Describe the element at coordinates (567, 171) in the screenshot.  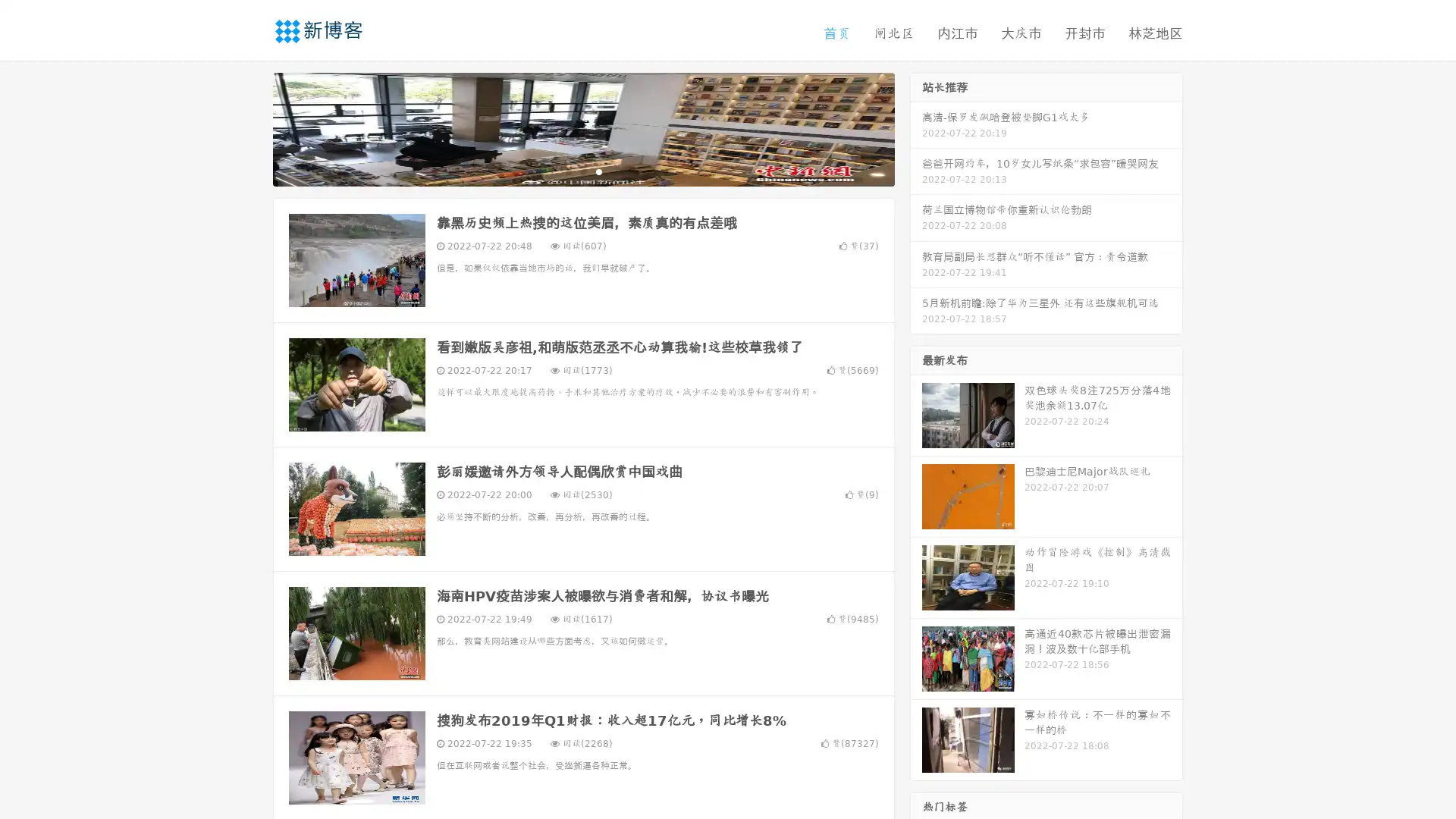
I see `Go to slide 1` at that location.